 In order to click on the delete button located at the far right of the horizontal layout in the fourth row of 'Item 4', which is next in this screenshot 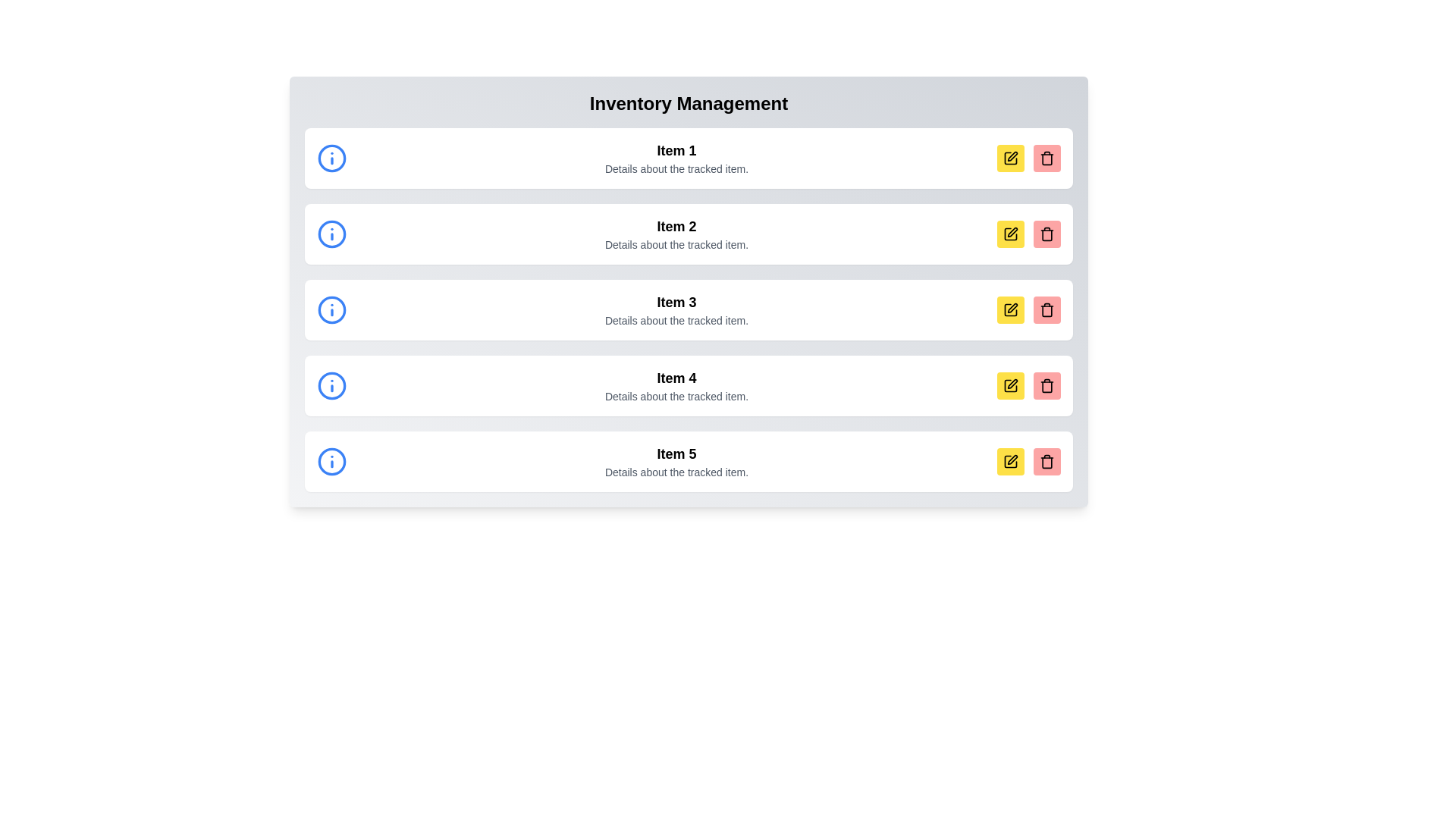, I will do `click(1046, 385)`.